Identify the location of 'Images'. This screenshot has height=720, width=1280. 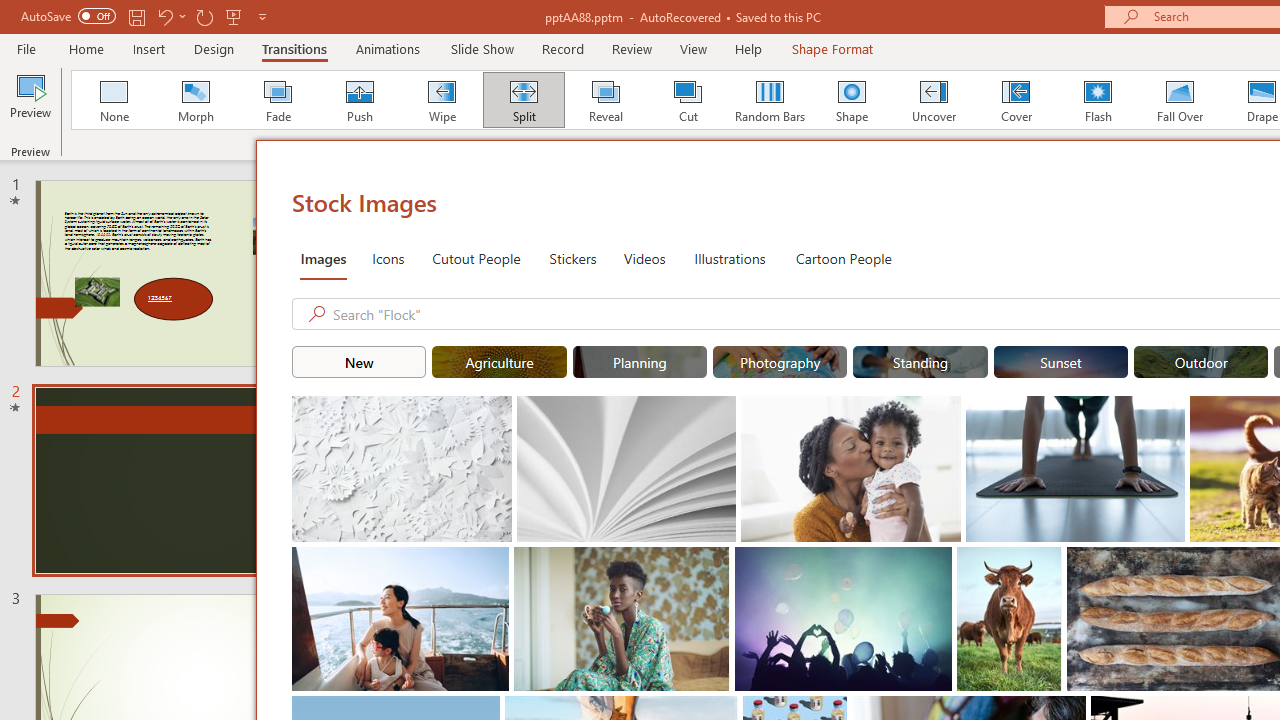
(323, 257).